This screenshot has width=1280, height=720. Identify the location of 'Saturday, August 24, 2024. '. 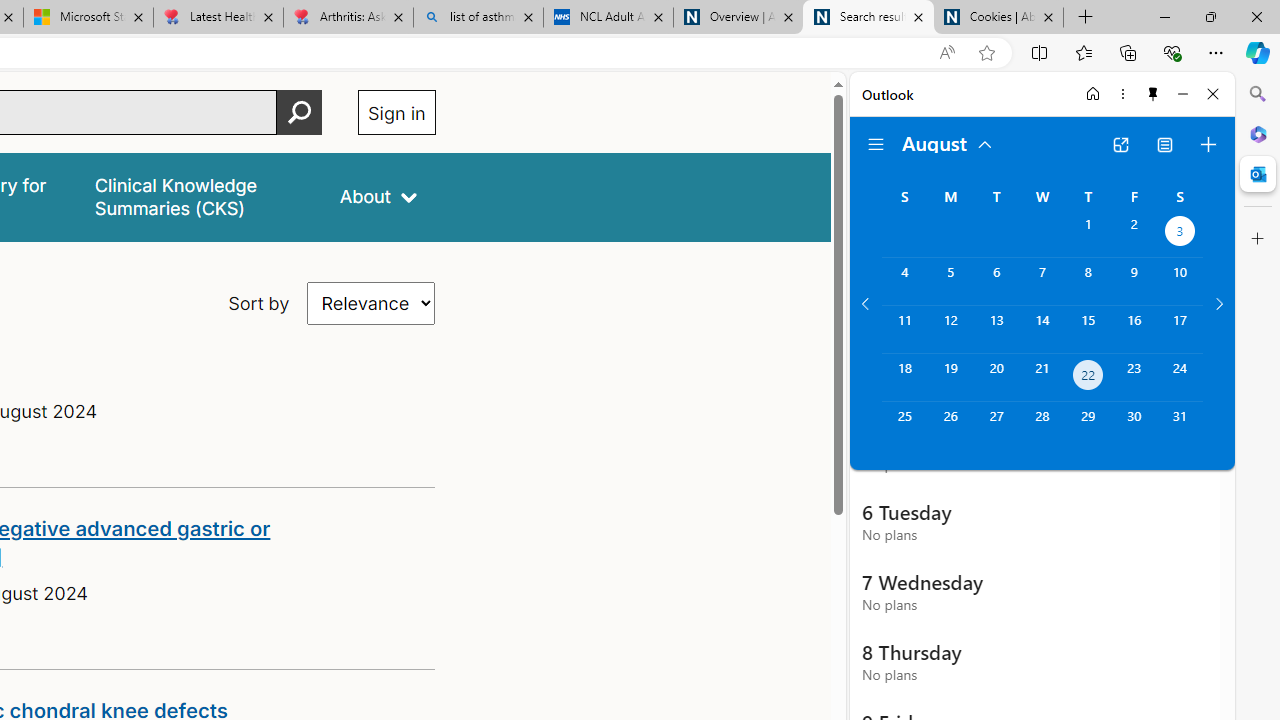
(1180, 377).